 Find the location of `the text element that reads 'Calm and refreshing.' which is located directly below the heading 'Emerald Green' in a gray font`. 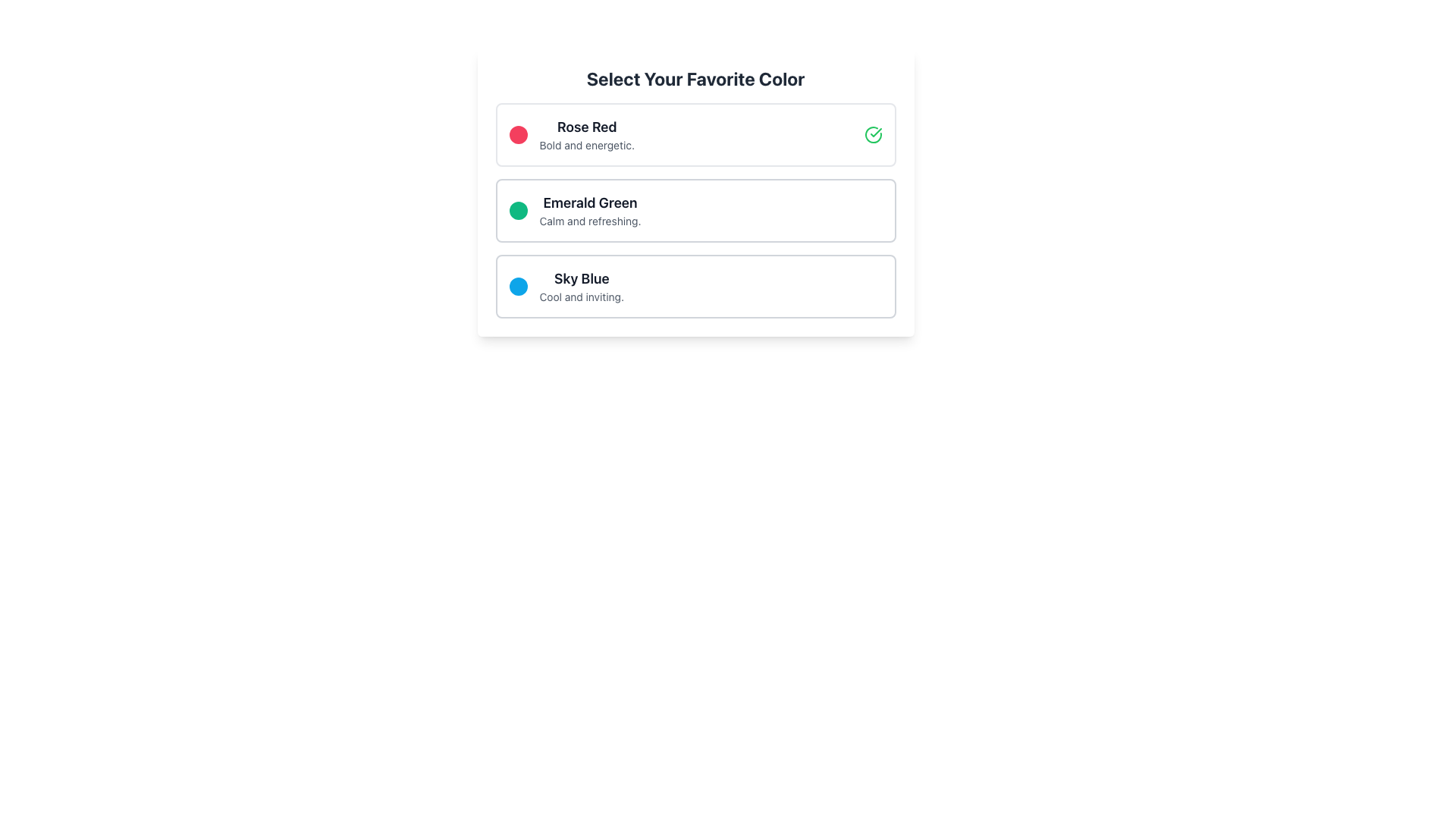

the text element that reads 'Calm and refreshing.' which is located directly below the heading 'Emerald Green' in a gray font is located at coordinates (589, 221).